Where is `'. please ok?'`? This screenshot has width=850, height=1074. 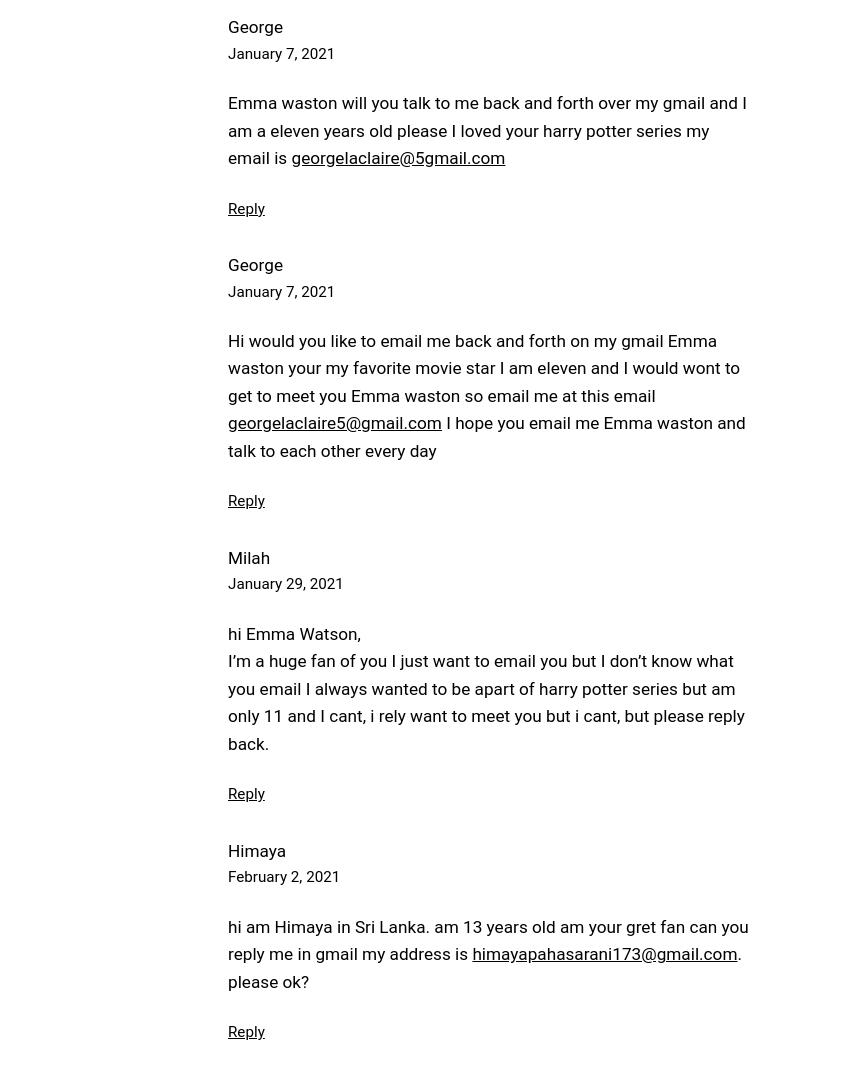
'. please ok?' is located at coordinates (227, 966).